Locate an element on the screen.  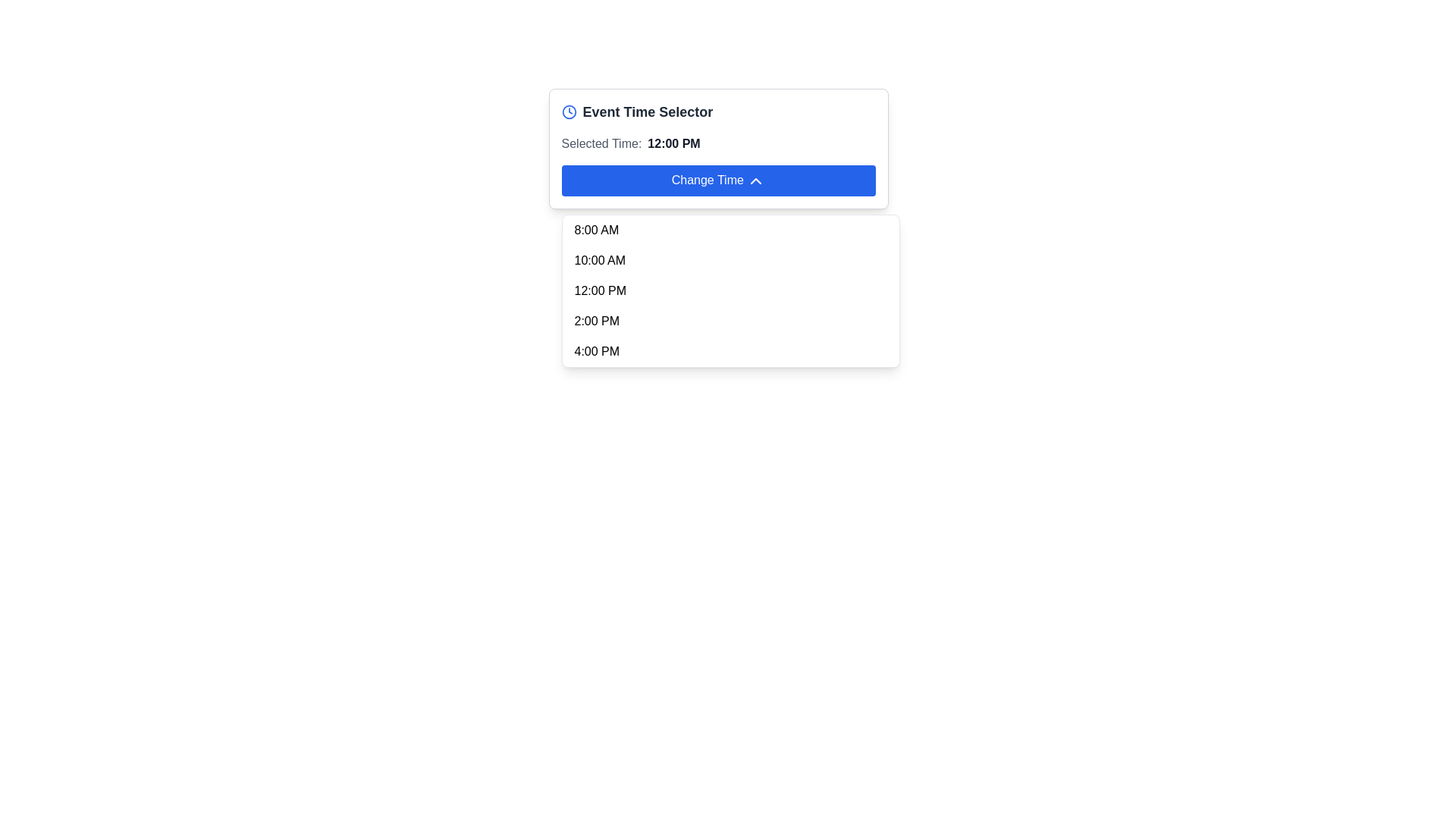
the upward chevron icon located on the right side of the 'Change Time' button is located at coordinates (756, 180).